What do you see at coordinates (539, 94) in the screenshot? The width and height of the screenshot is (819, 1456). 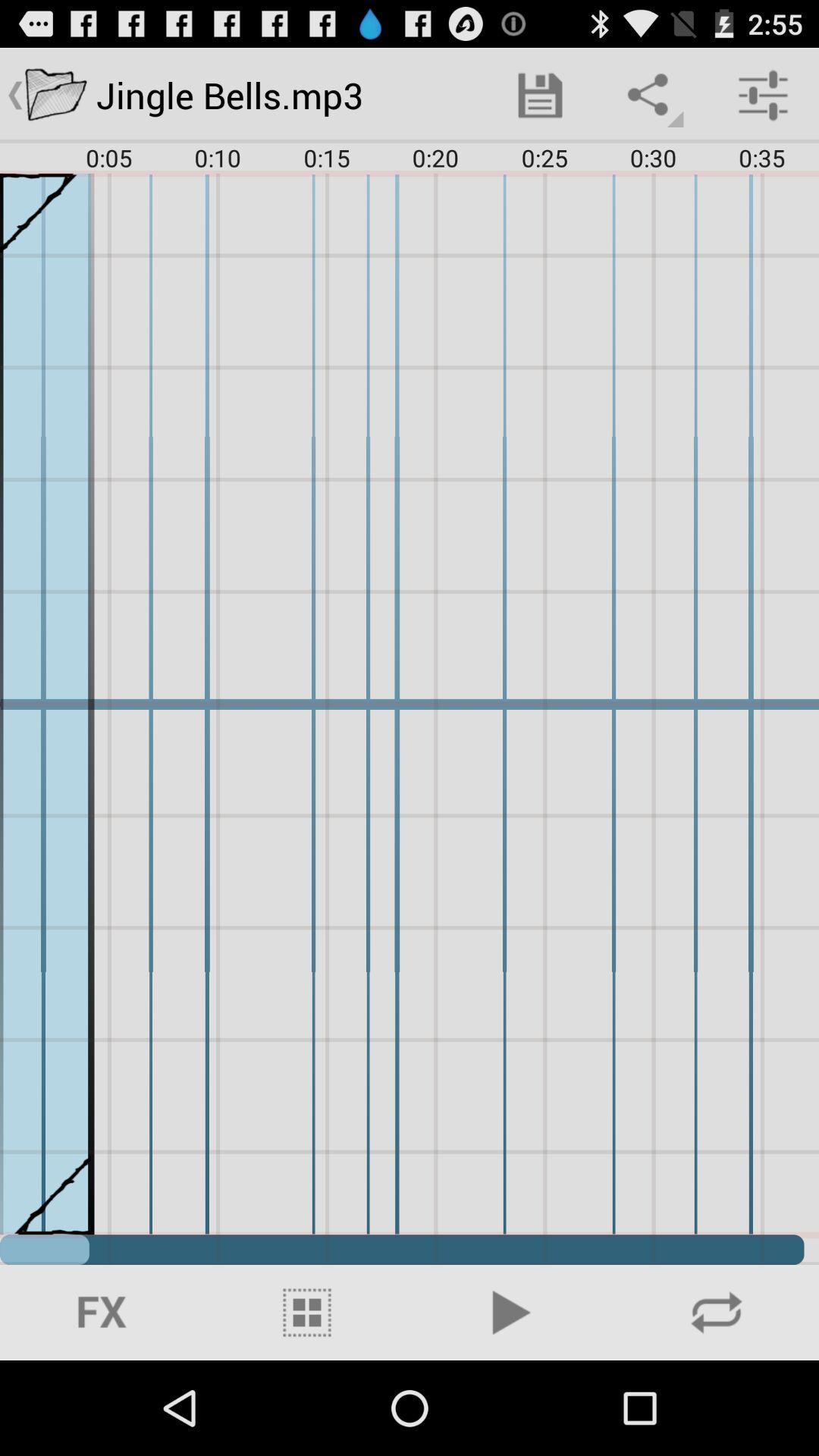 I see `item at the top` at bounding box center [539, 94].